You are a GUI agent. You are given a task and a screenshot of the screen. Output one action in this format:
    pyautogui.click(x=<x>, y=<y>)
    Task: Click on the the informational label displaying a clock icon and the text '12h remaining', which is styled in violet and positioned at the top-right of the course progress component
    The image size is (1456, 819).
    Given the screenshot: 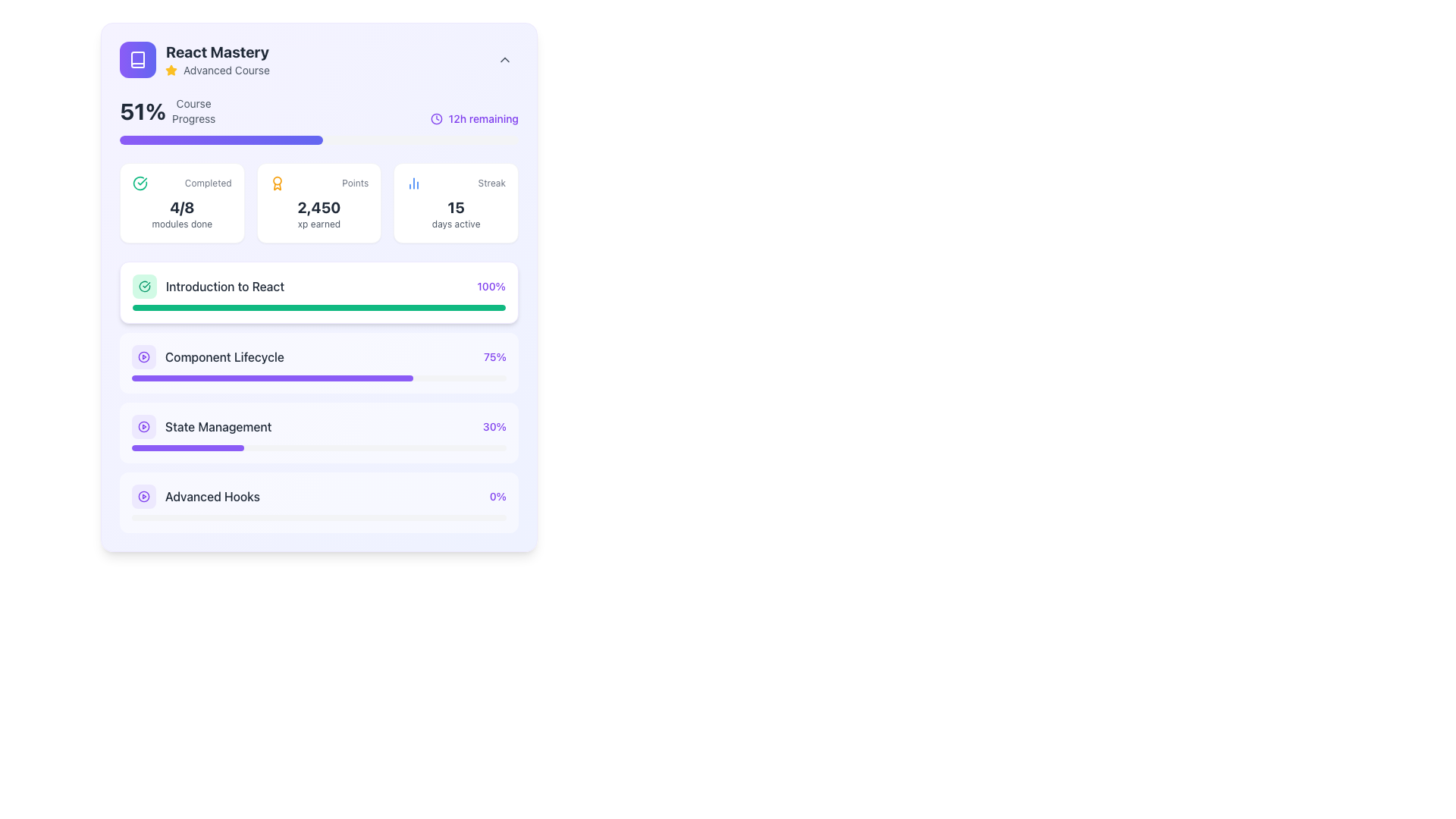 What is the action you would take?
    pyautogui.click(x=473, y=118)
    